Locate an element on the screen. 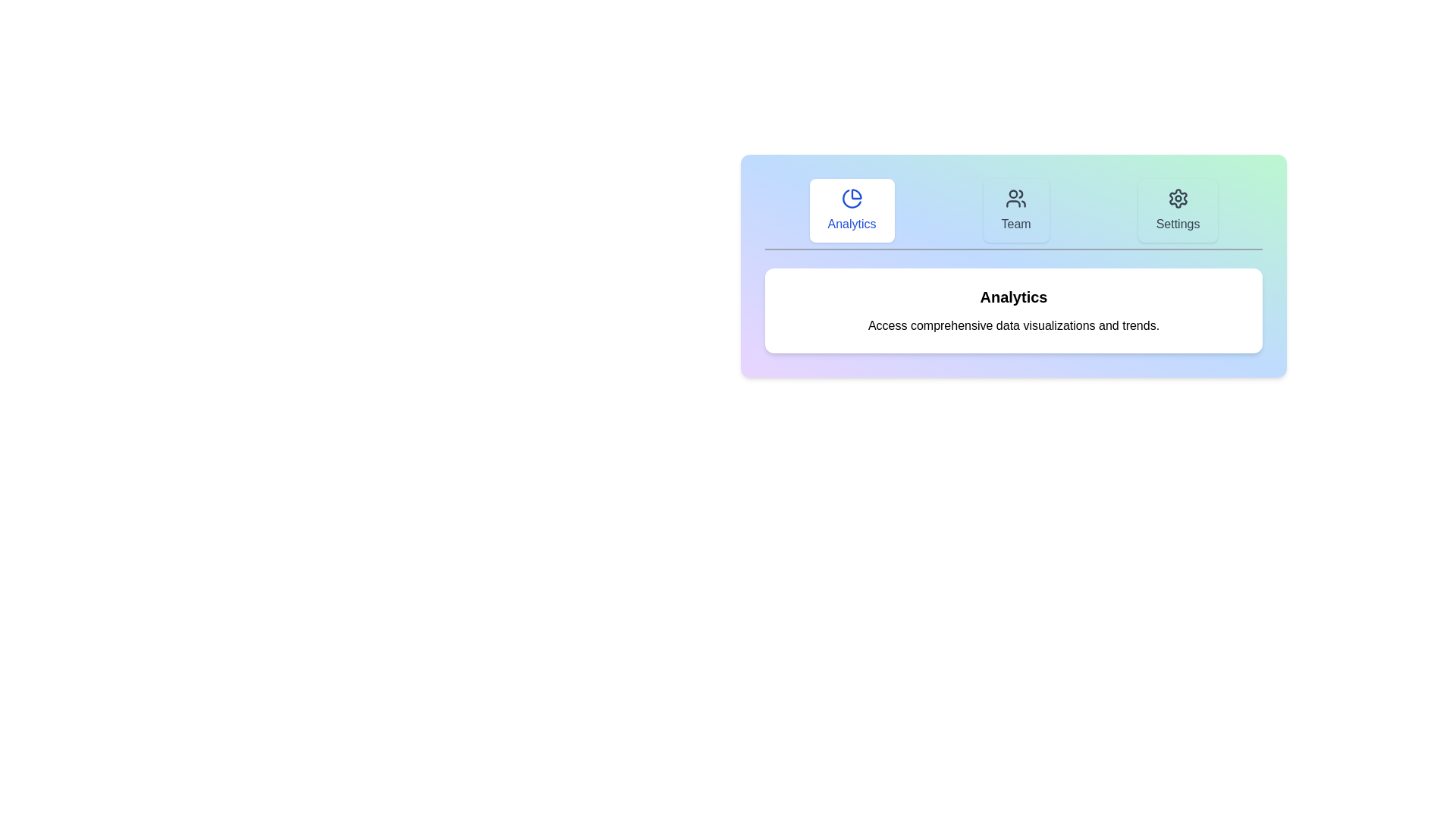 The height and width of the screenshot is (819, 1456). the Analytics tab to observe its icon and label is located at coordinates (852, 210).